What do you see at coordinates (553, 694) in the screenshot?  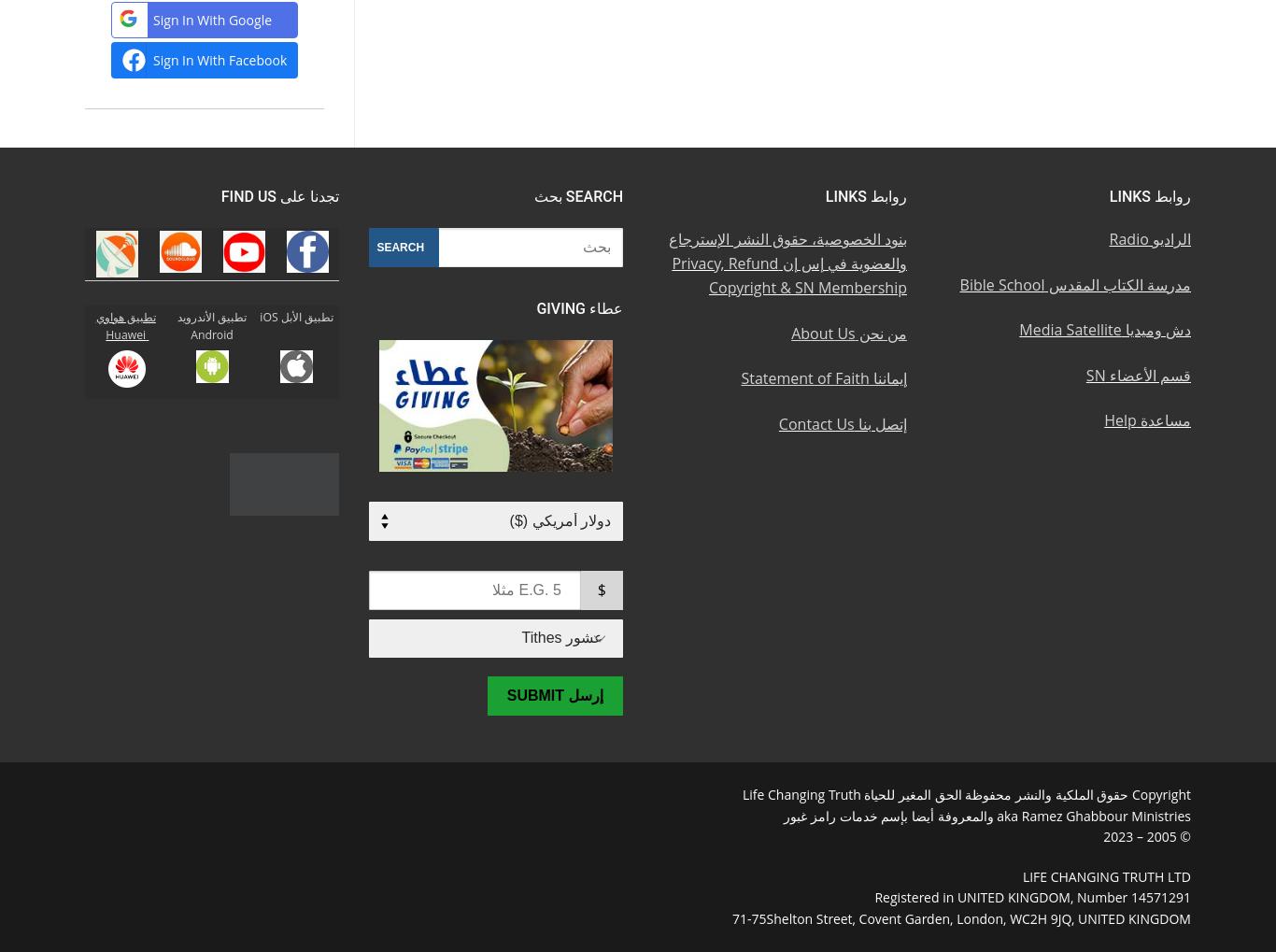 I see `'إرسل Submit'` at bounding box center [553, 694].